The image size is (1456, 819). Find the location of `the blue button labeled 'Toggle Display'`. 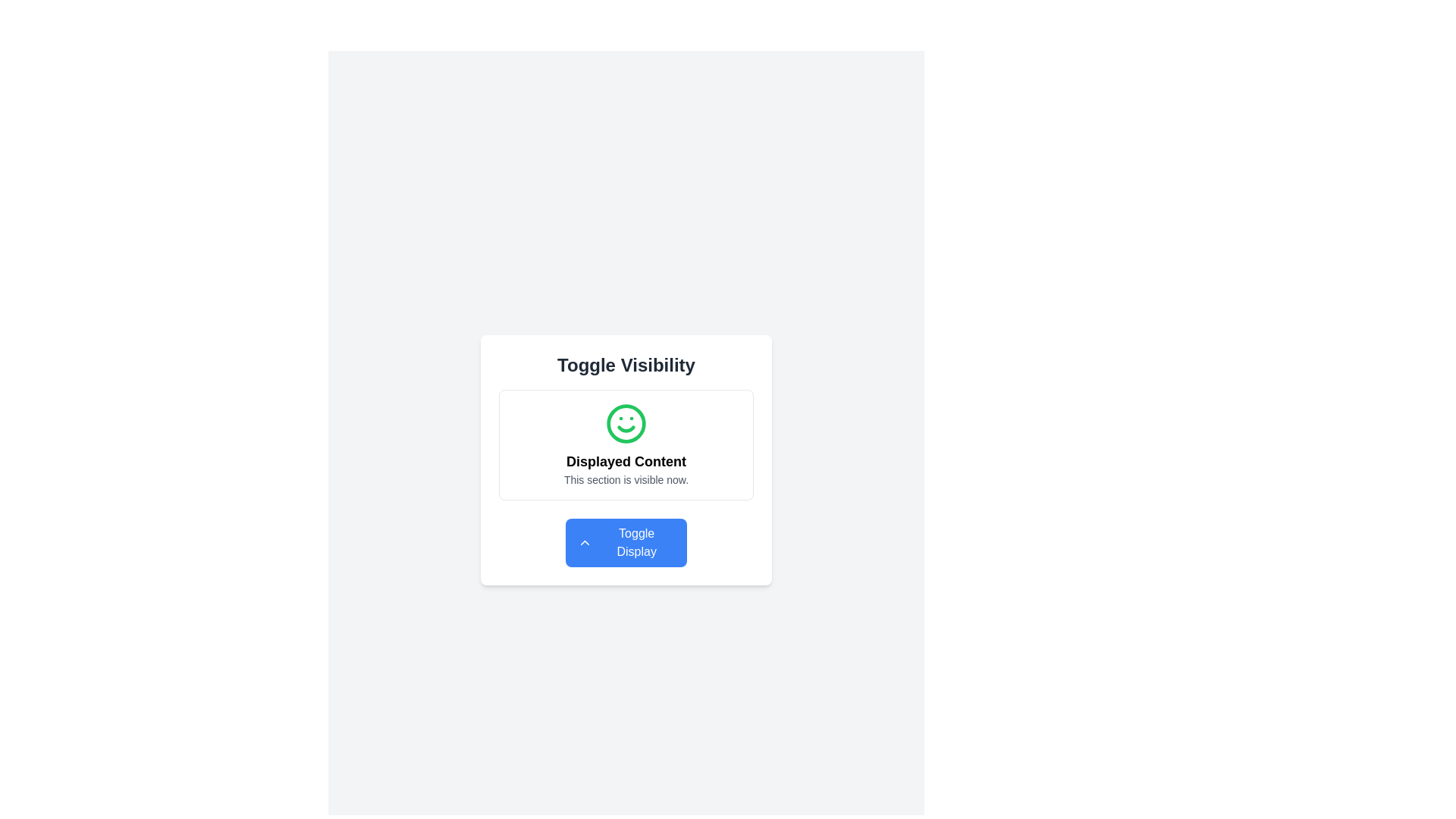

the blue button labeled 'Toggle Display' is located at coordinates (584, 542).